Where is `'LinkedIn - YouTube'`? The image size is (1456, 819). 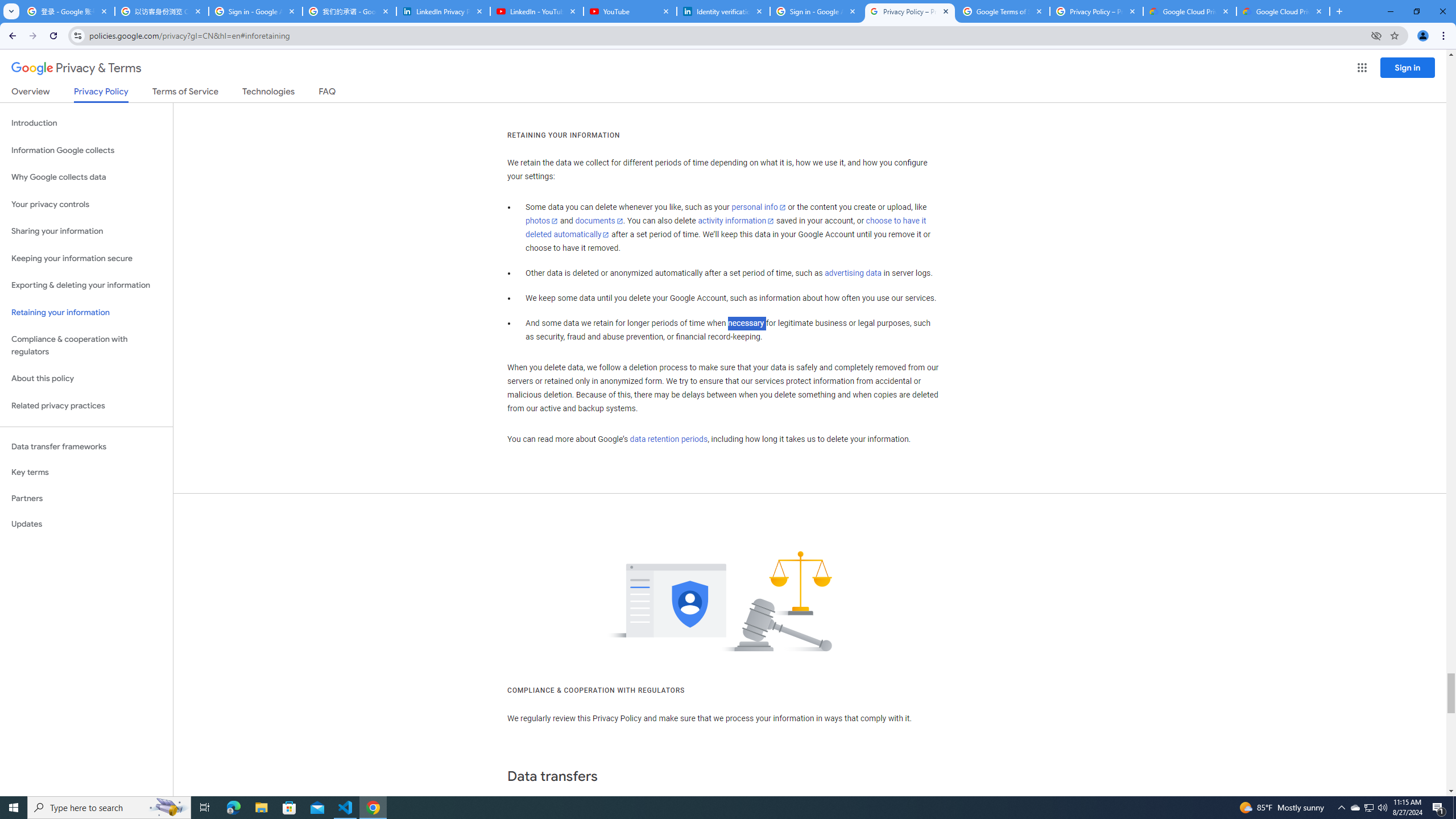
'LinkedIn - YouTube' is located at coordinates (536, 11).